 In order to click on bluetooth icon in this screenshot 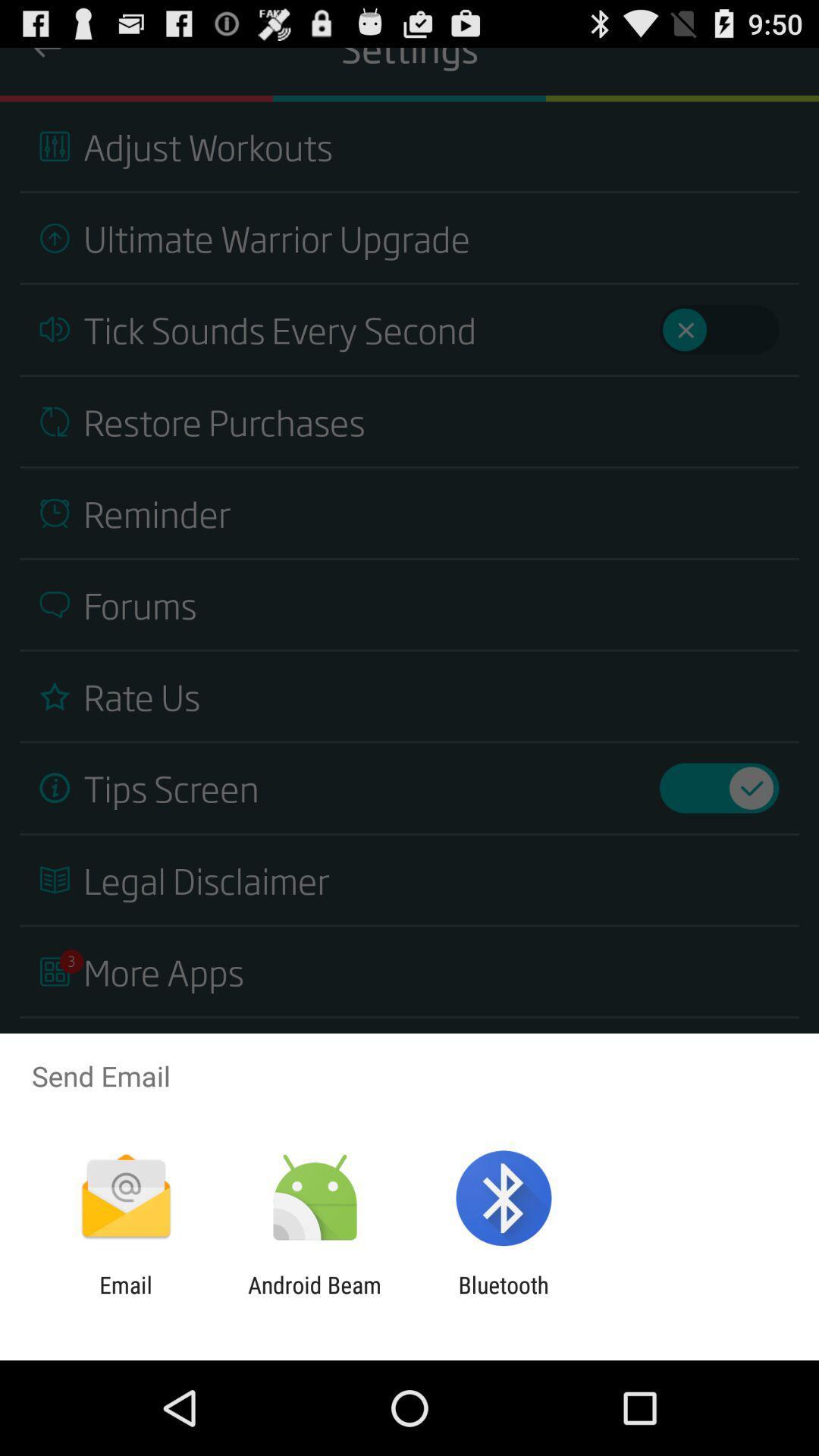, I will do `click(504, 1298)`.